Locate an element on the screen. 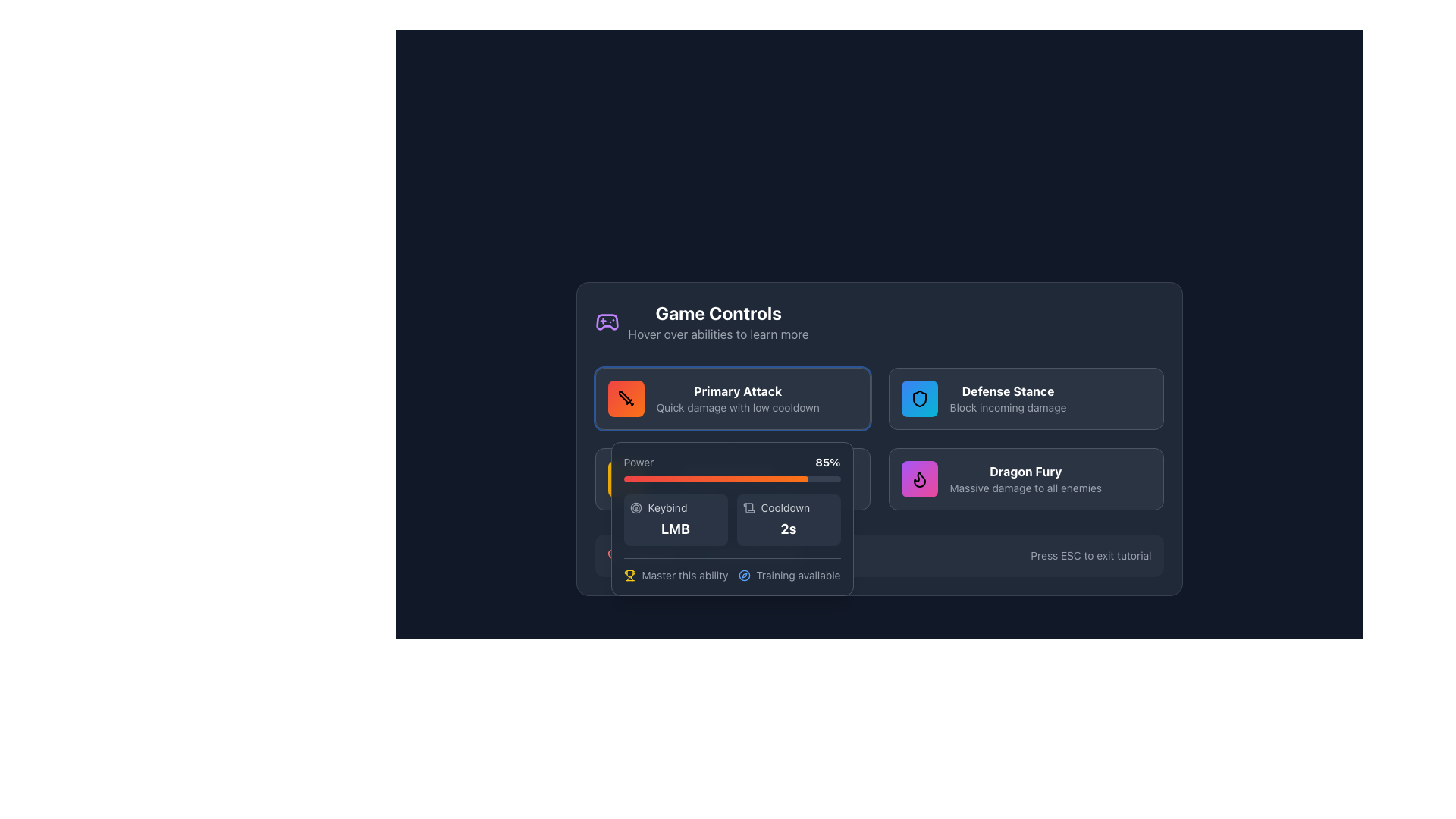  the shield icon representing 'Defense Stance' in the upper-right section of the Game Controls panel is located at coordinates (918, 397).